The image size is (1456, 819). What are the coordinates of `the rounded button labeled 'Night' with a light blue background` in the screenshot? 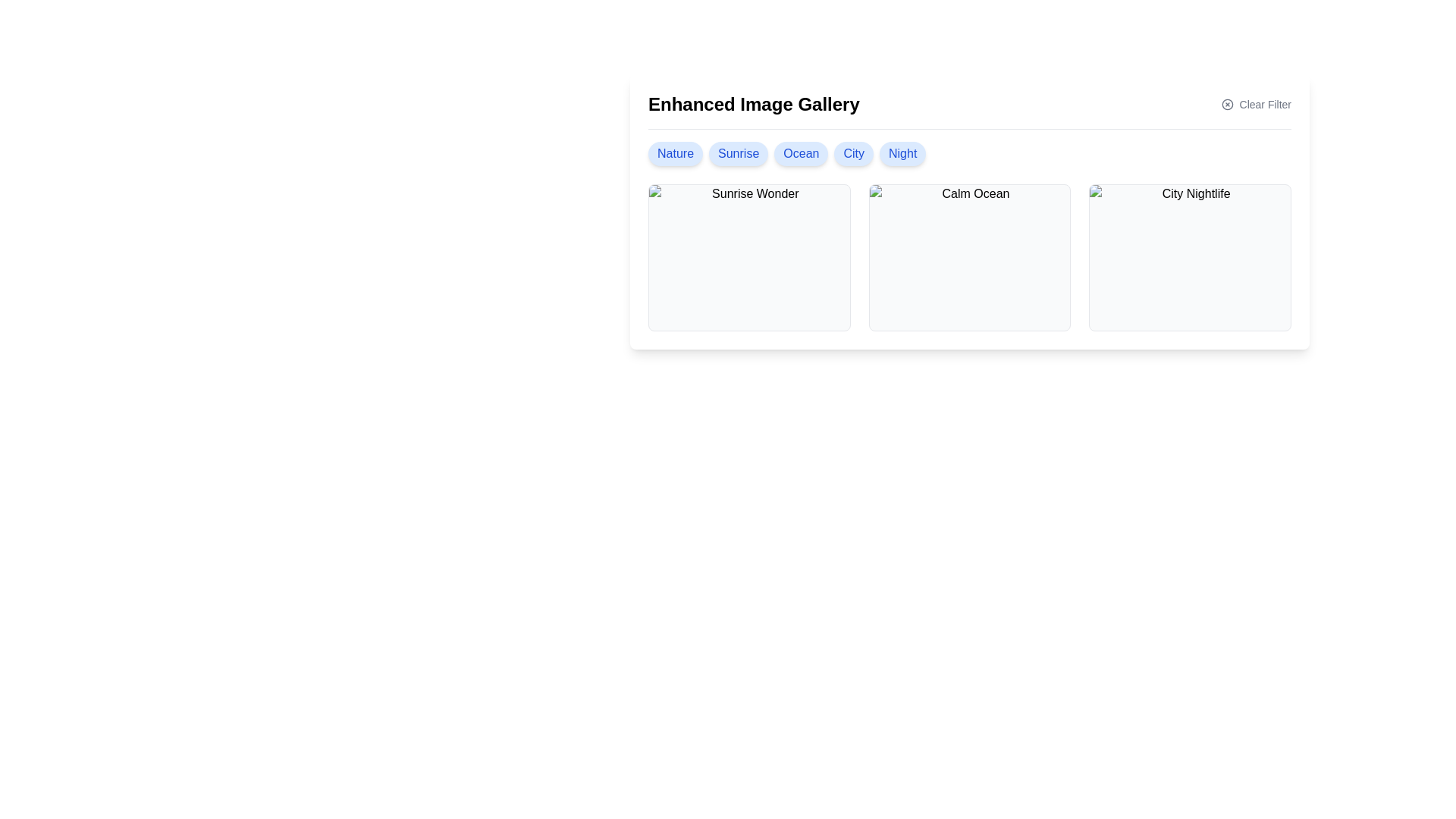 It's located at (902, 154).